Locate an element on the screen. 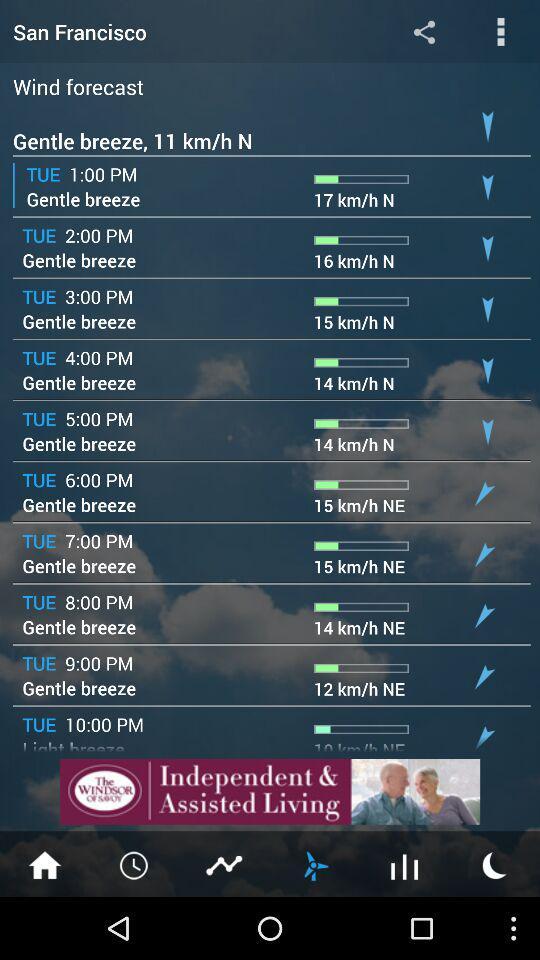  open android settings is located at coordinates (423, 30).